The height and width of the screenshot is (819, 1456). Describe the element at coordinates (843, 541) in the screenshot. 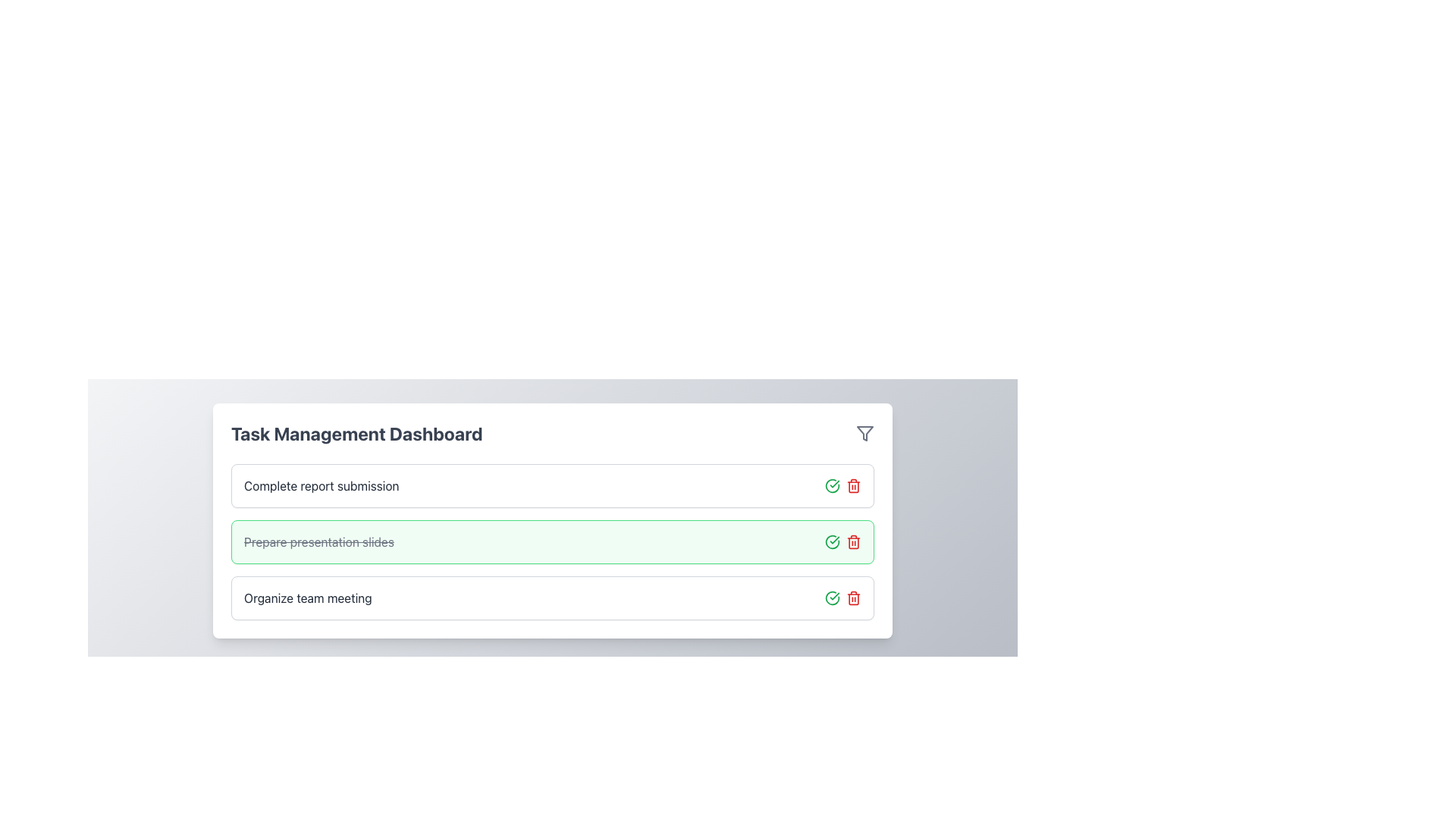

I see `the red trash can icon in the 'Prepare presentation slides' task row` at that location.